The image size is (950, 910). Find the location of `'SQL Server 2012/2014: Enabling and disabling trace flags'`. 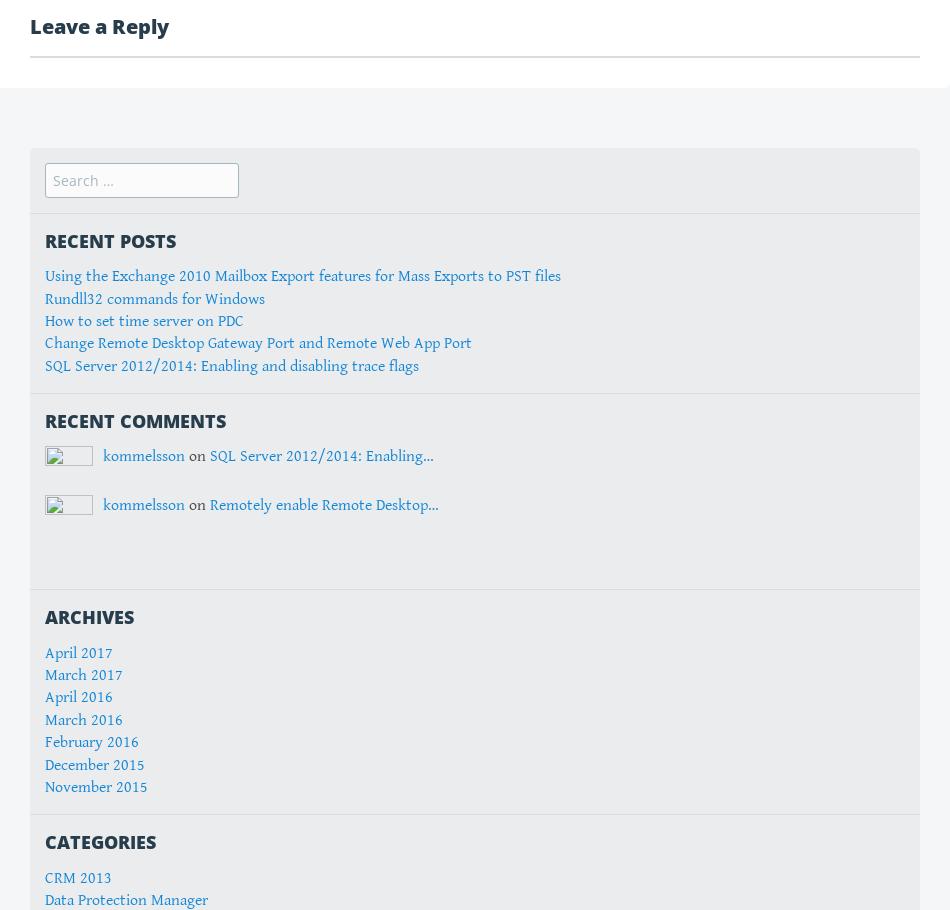

'SQL Server 2012/2014: Enabling and disabling trace flags' is located at coordinates (231, 365).